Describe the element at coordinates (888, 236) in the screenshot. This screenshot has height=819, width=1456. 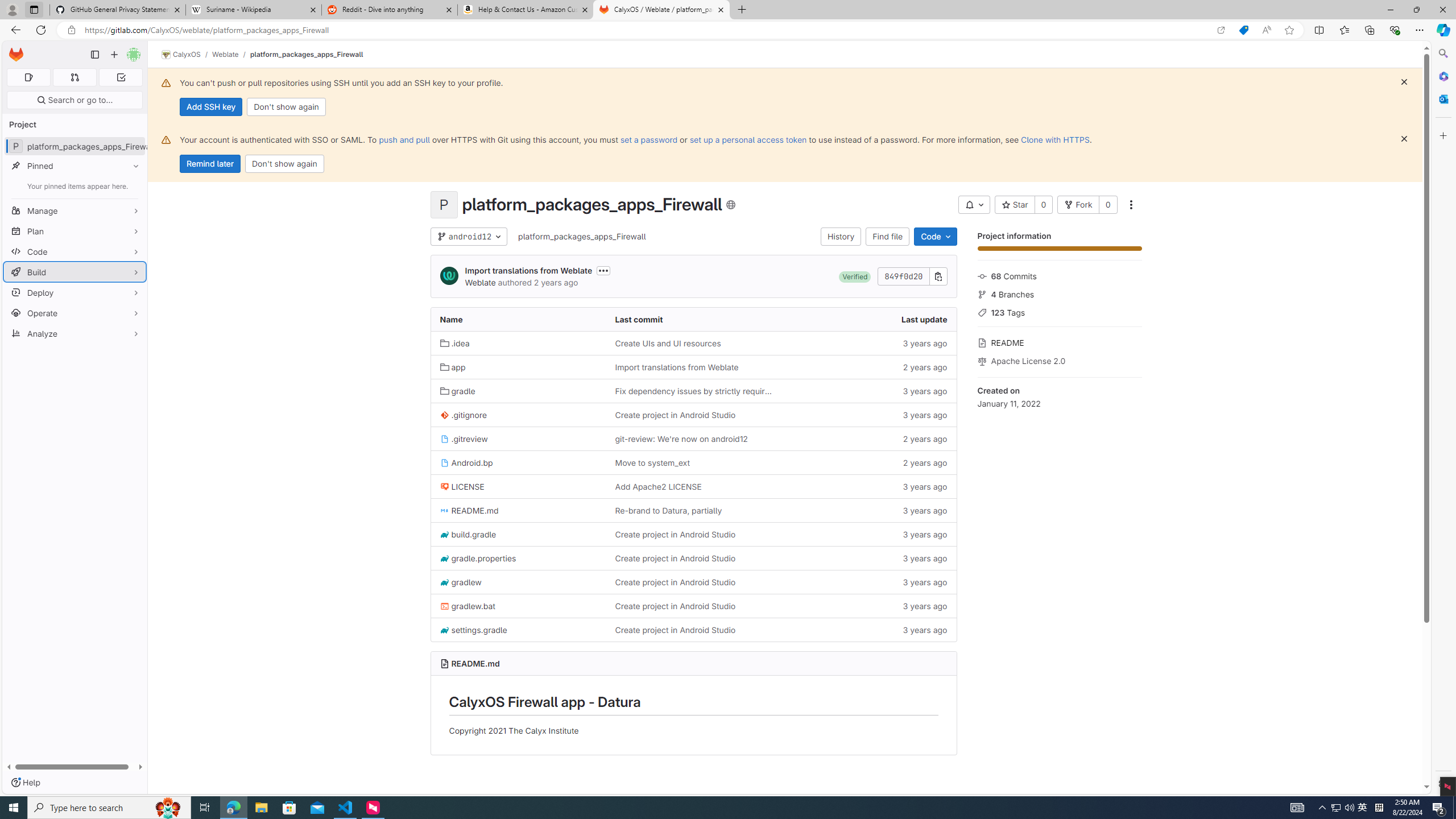
I see `'Find file'` at that location.